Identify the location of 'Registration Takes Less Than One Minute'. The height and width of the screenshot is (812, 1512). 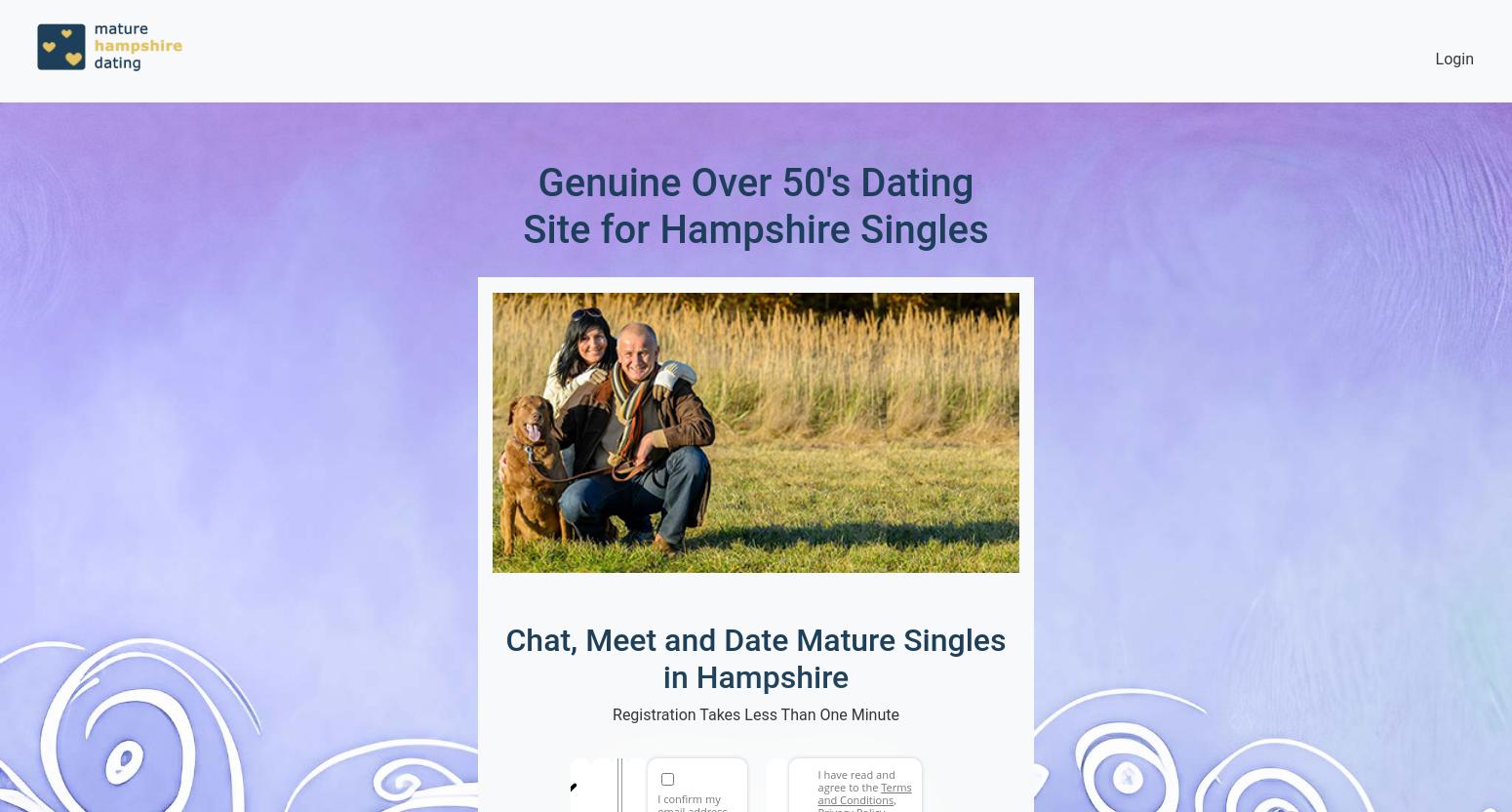
(612, 714).